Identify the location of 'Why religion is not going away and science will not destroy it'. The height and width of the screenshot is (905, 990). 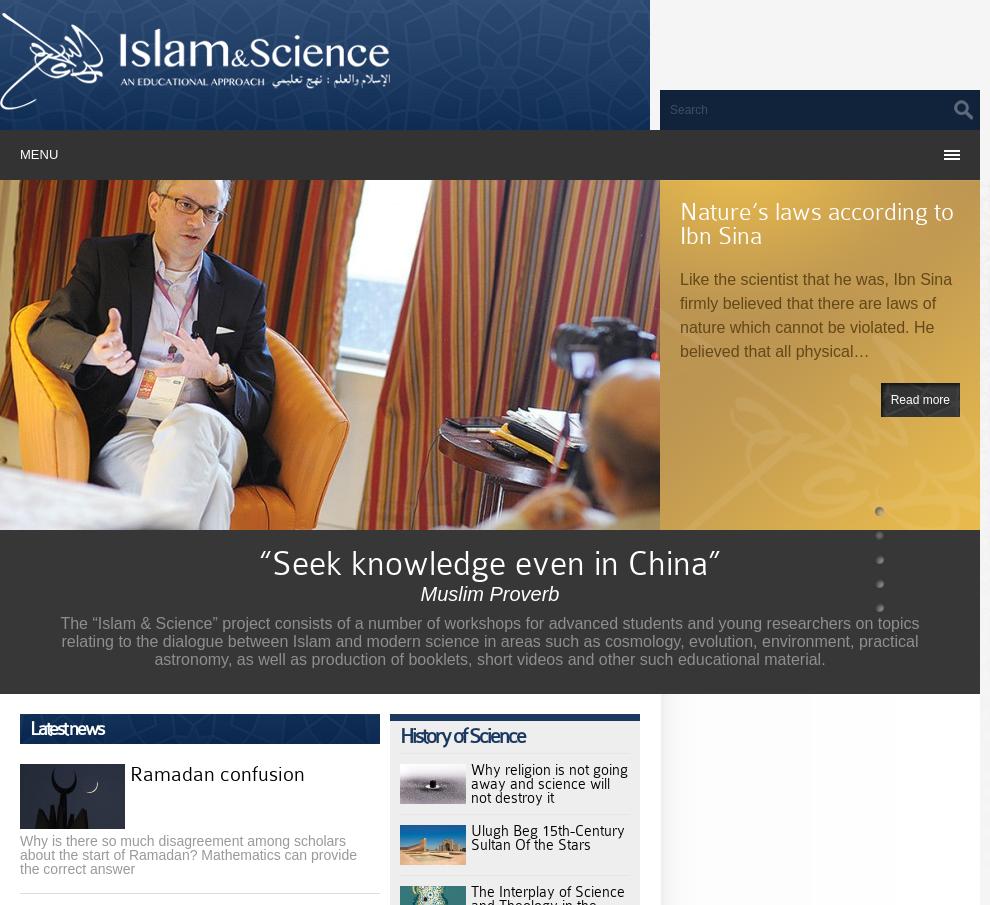
(549, 784).